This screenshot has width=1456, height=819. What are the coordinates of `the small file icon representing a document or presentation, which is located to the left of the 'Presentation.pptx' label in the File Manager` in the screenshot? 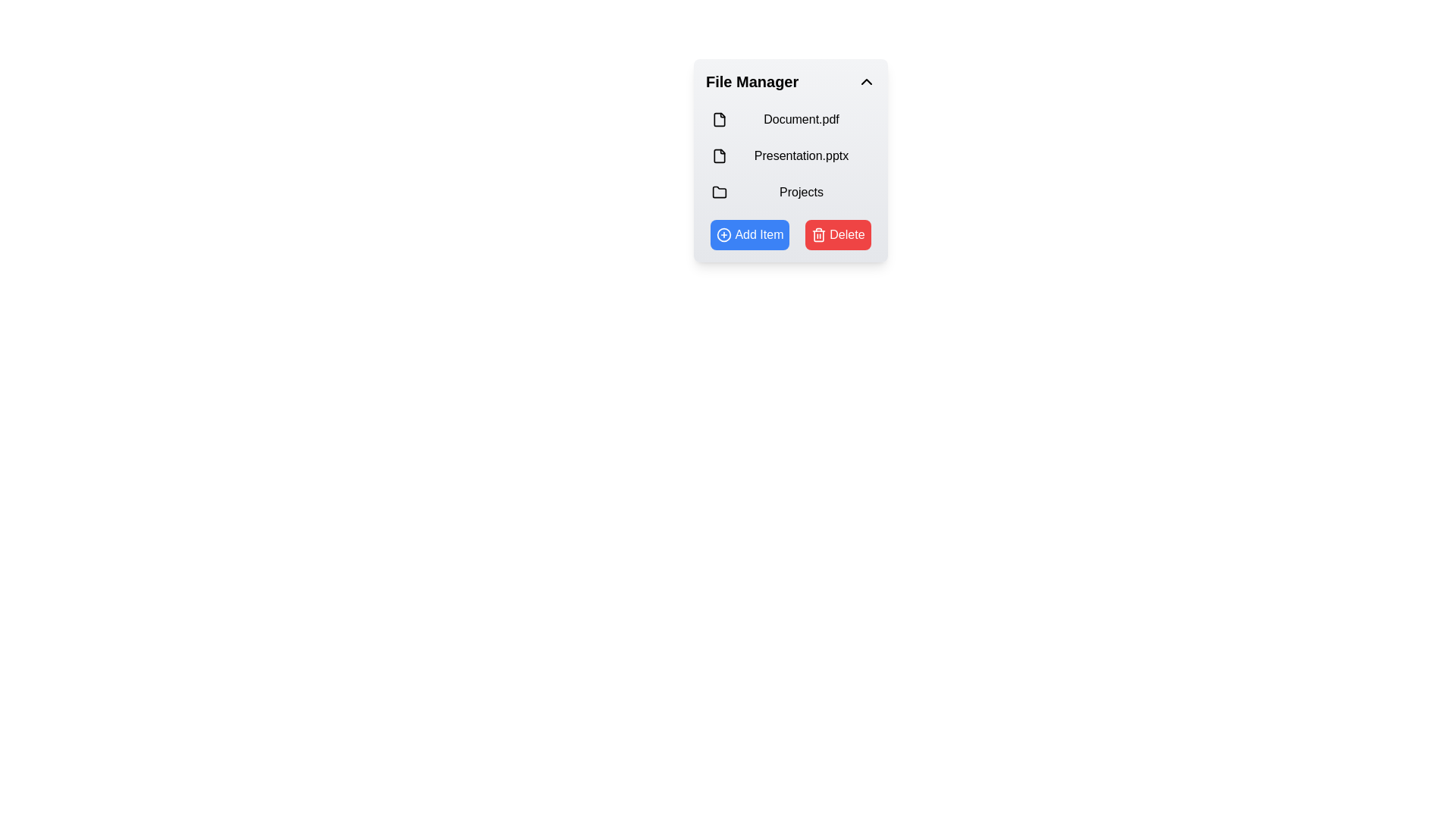 It's located at (719, 155).